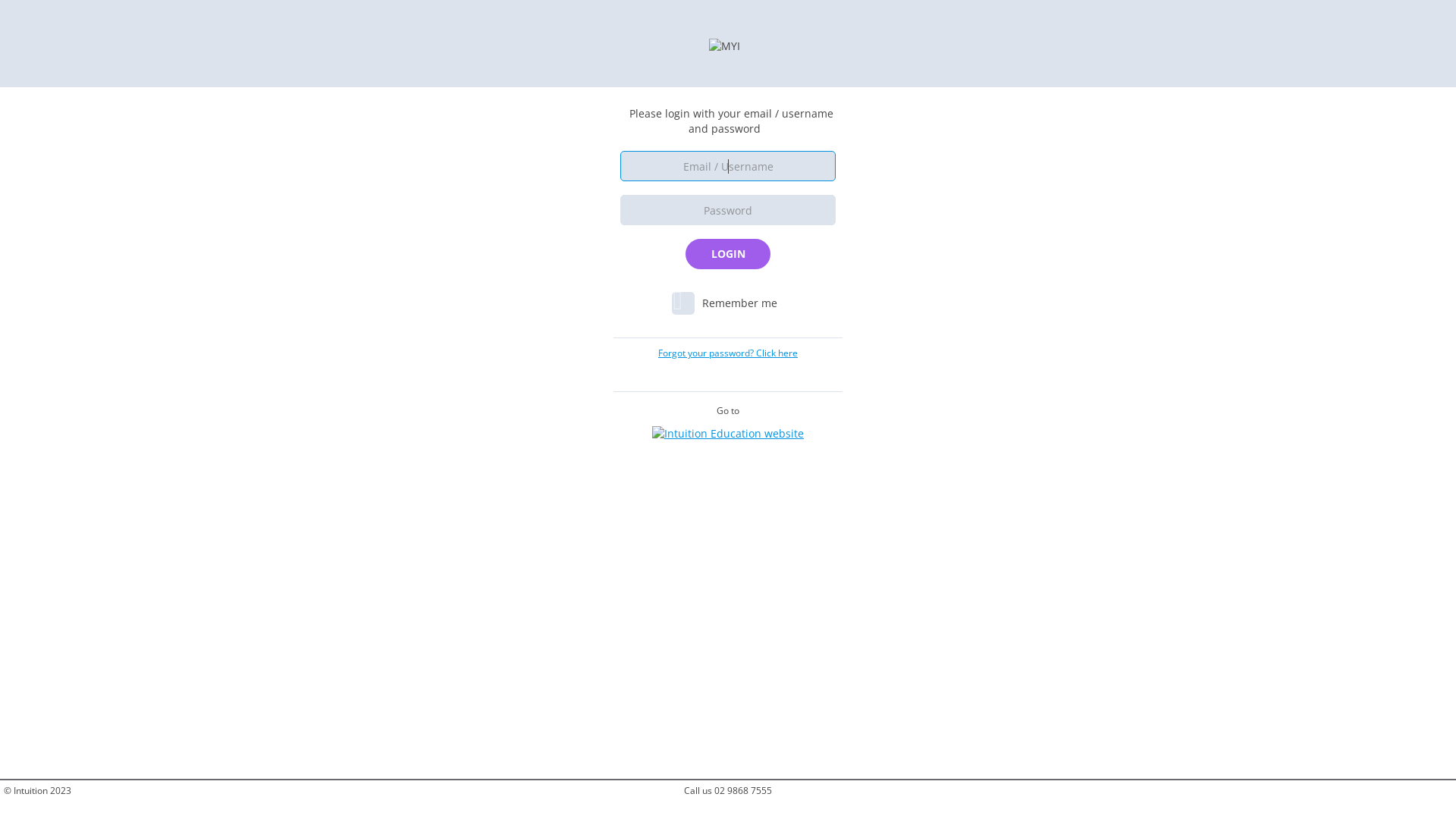 This screenshot has height=819, width=1456. What do you see at coordinates (728, 253) in the screenshot?
I see `'LOGIN'` at bounding box center [728, 253].